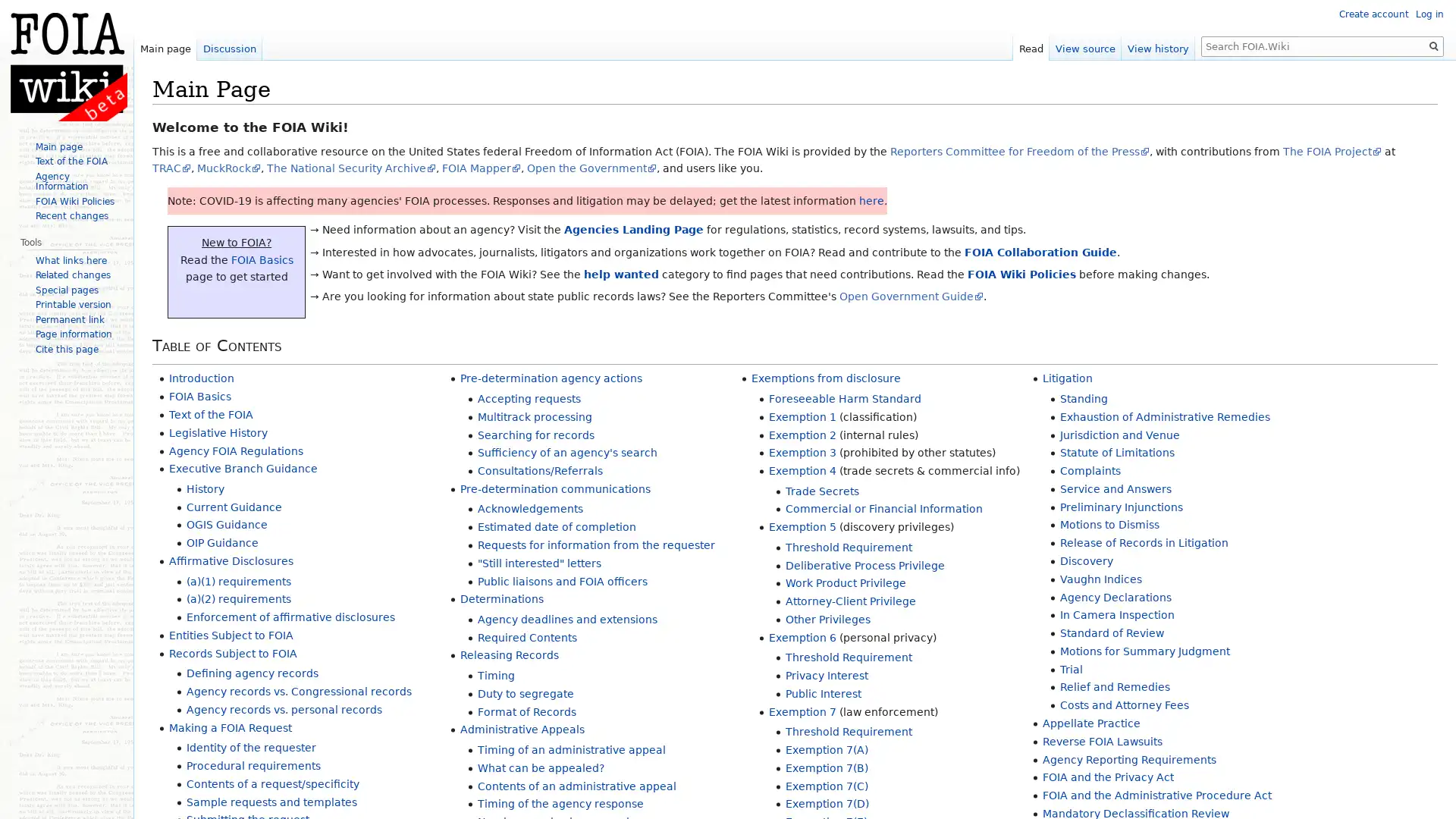  I want to click on Go, so click(1433, 45).